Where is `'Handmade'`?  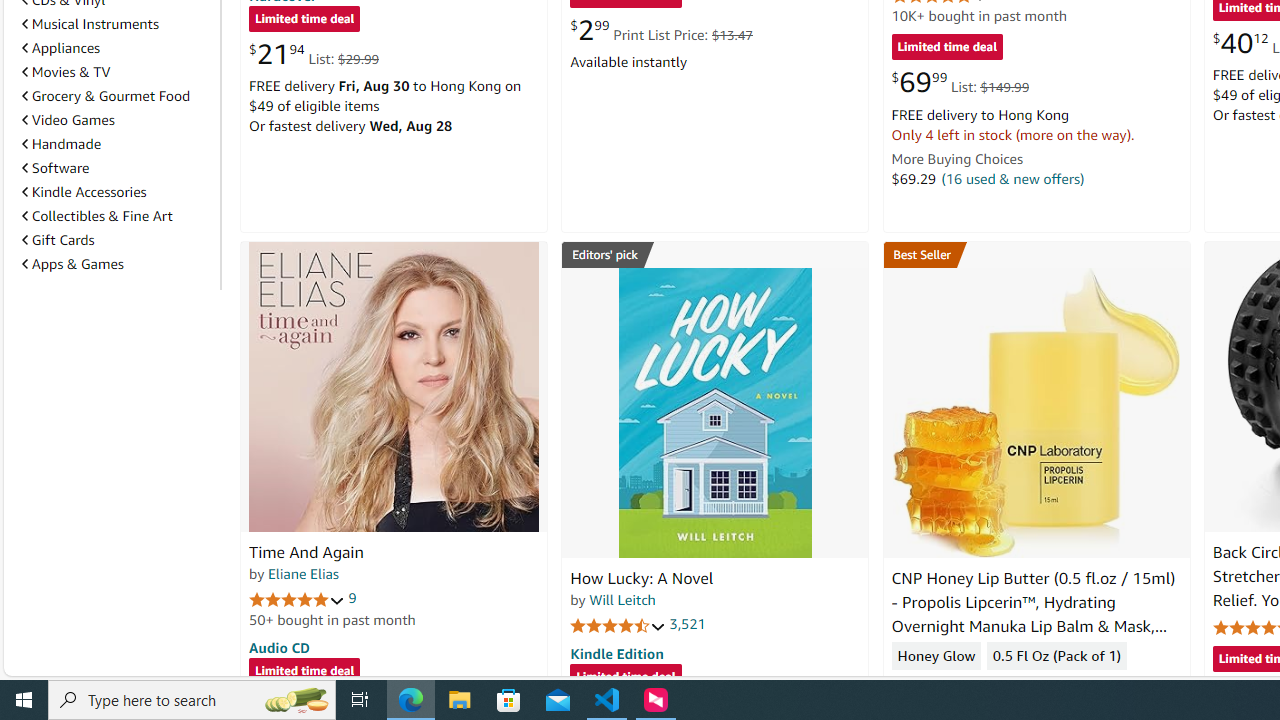 'Handmade' is located at coordinates (62, 143).